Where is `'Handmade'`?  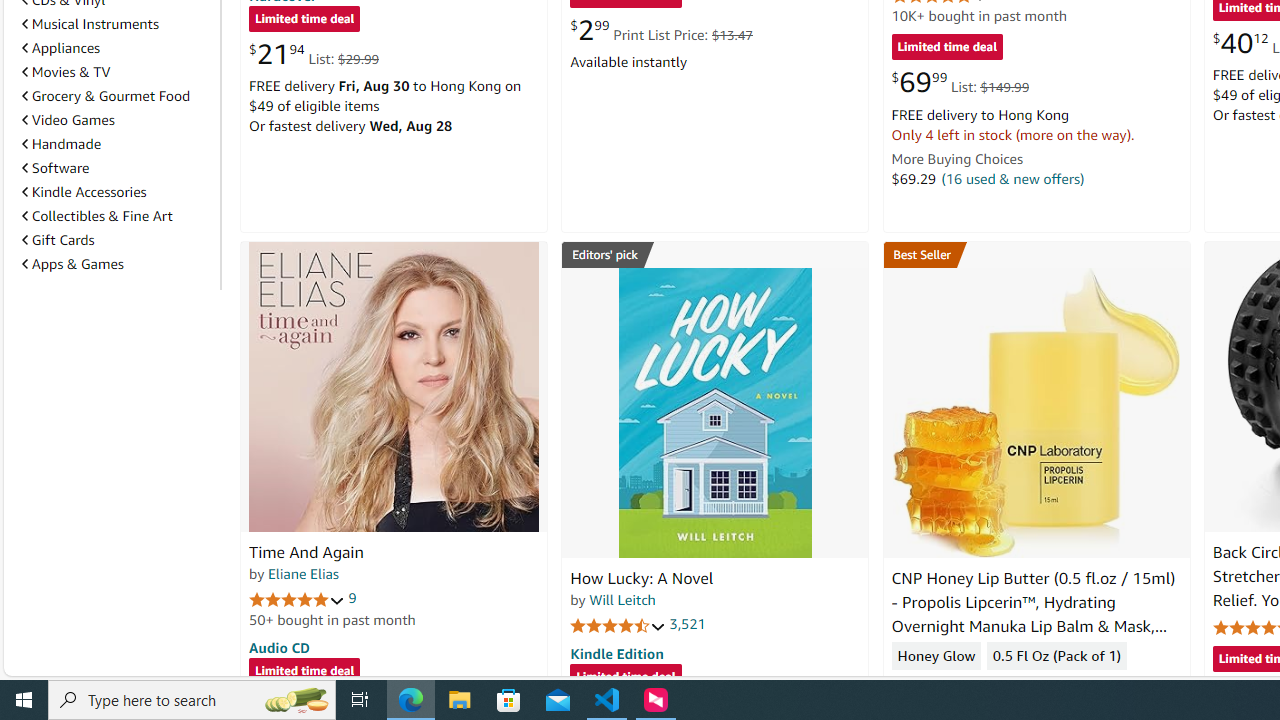 'Handmade' is located at coordinates (62, 143).